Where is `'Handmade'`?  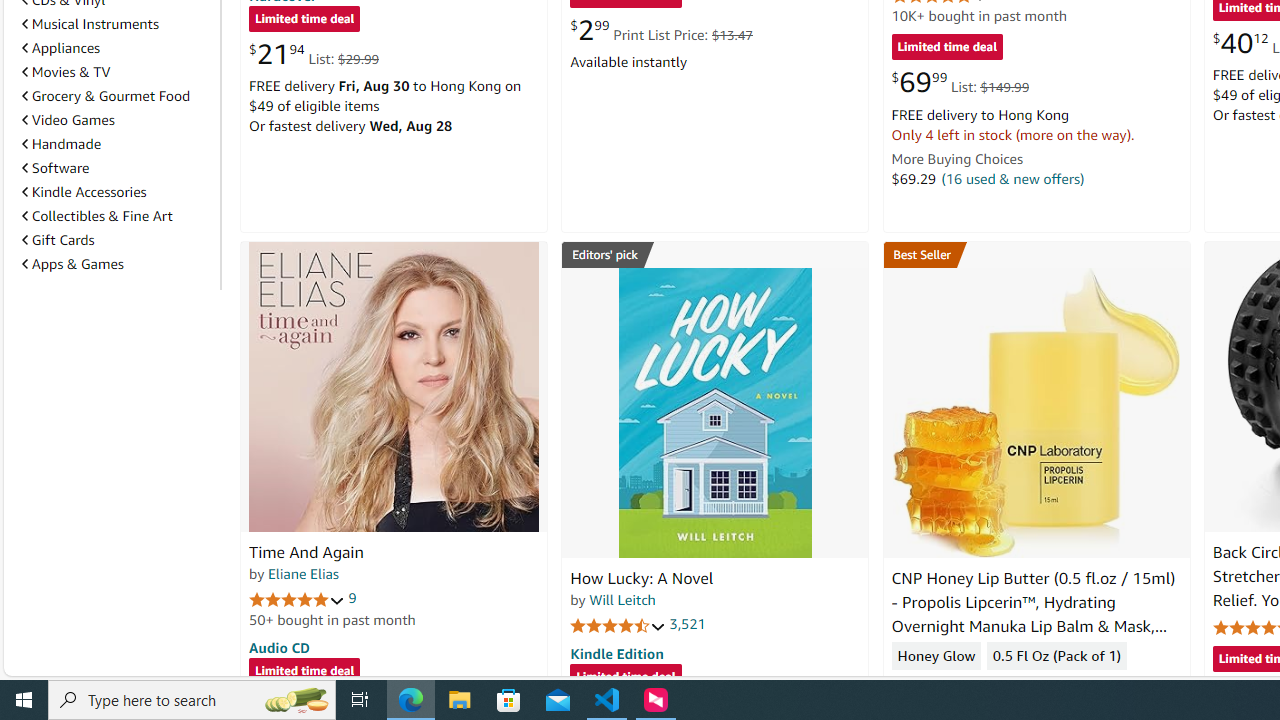 'Handmade' is located at coordinates (62, 143).